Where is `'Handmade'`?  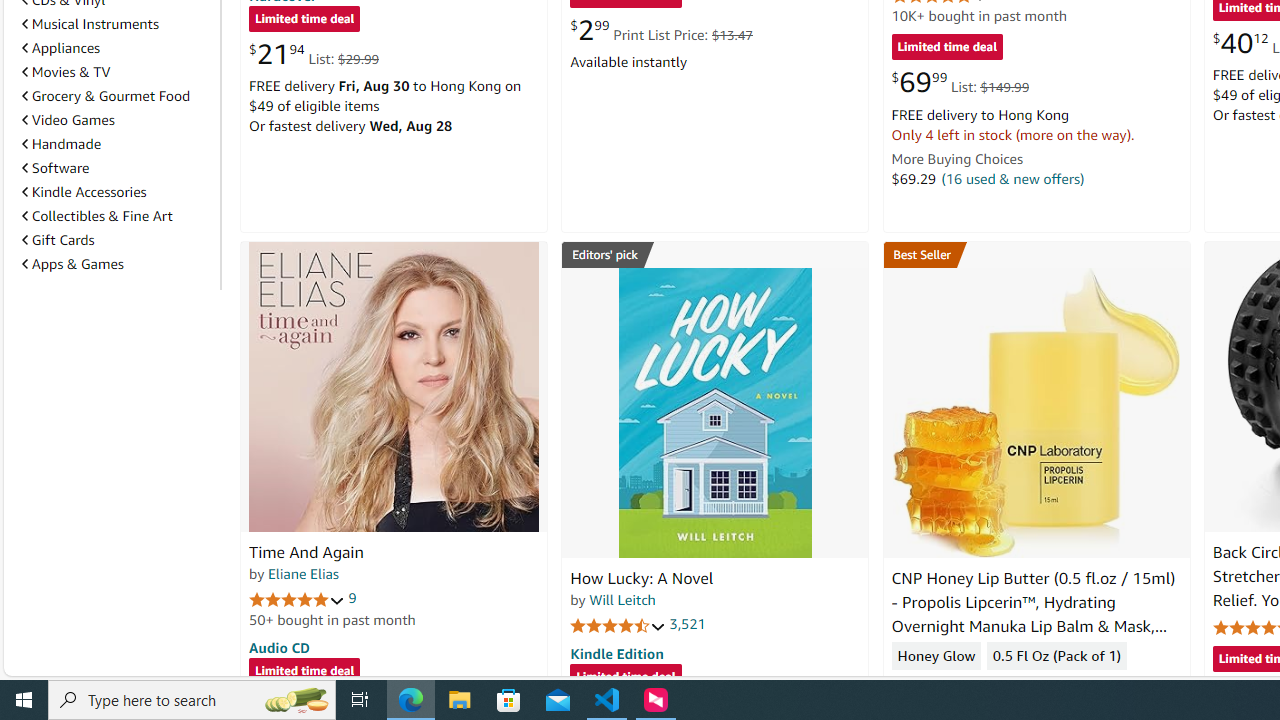 'Handmade' is located at coordinates (62, 143).